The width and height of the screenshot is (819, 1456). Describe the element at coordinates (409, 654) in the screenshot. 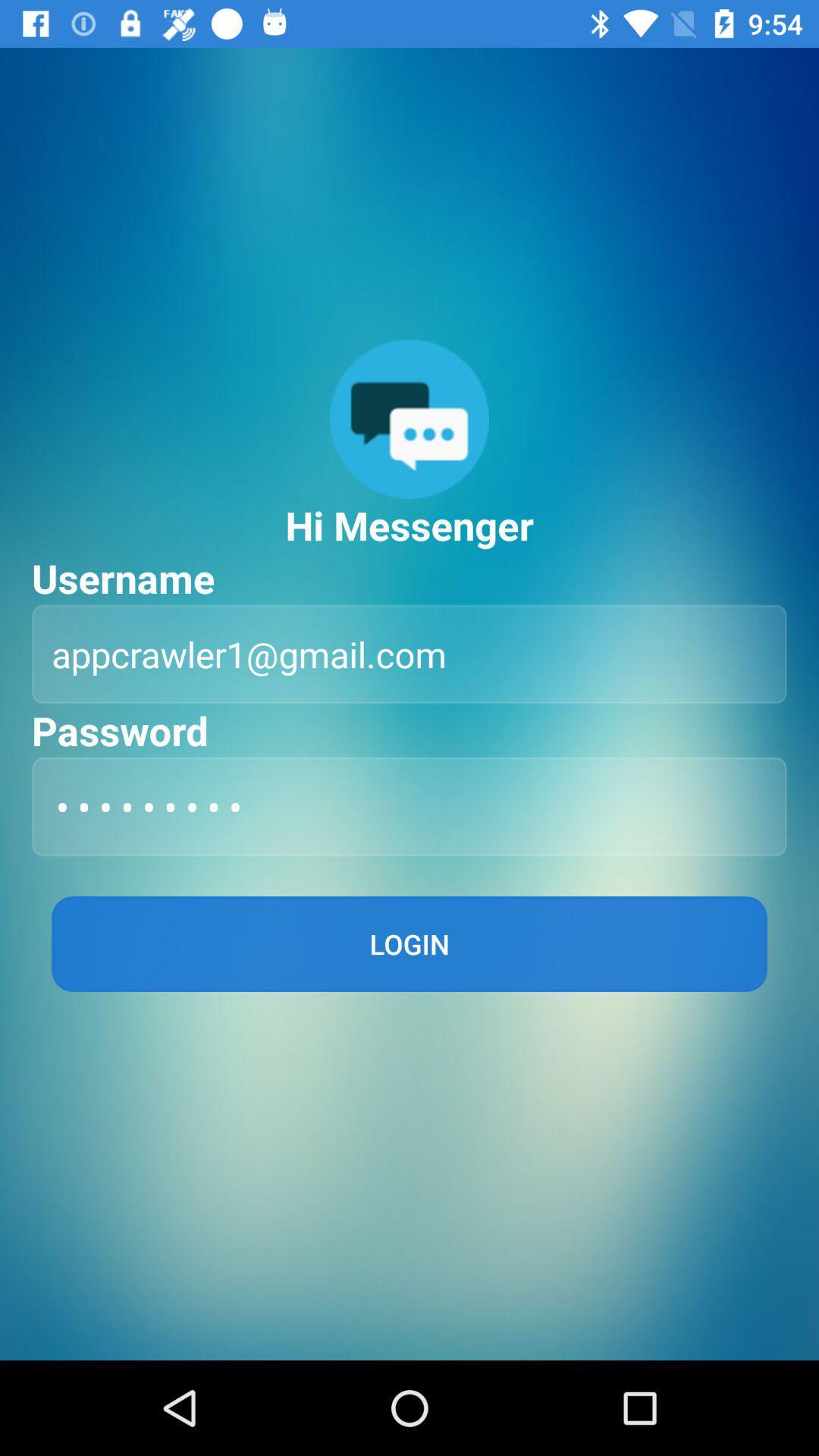

I see `the item below the username icon` at that location.